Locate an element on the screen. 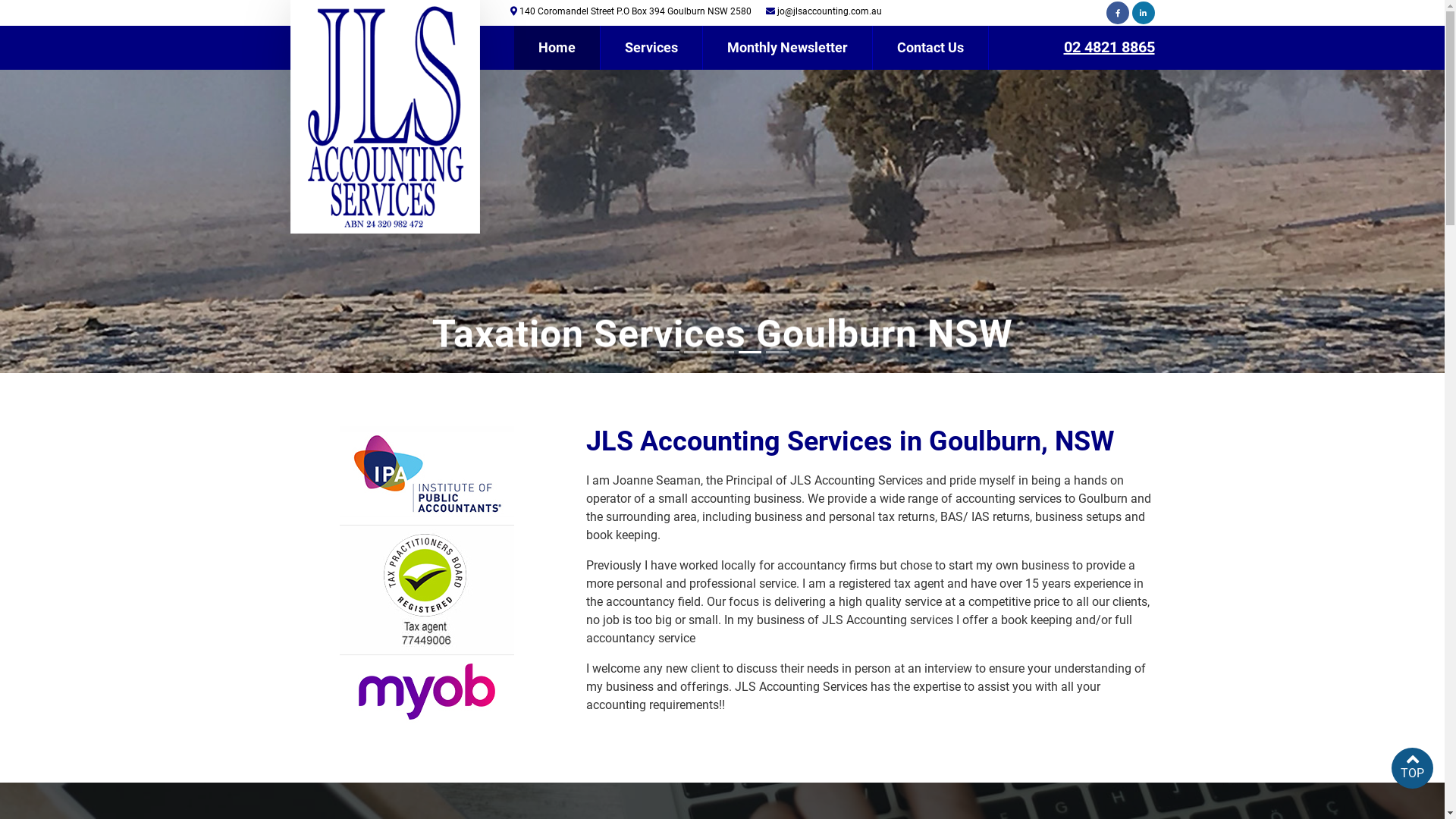 This screenshot has width=1456, height=819. '02 4821 8865' is located at coordinates (1109, 45).